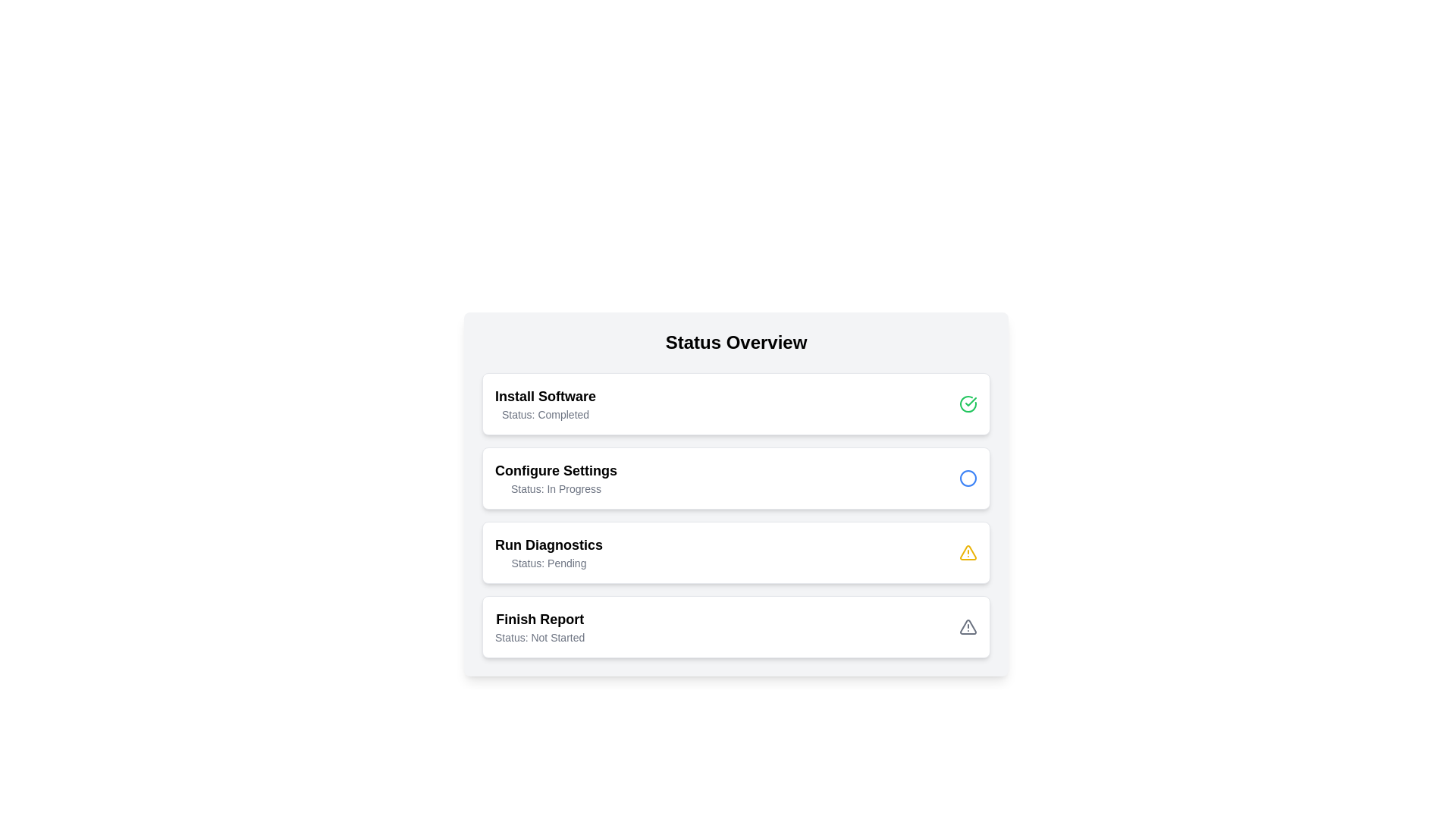 This screenshot has height=819, width=1456. Describe the element at coordinates (736, 479) in the screenshot. I see `the 'Configure Settings' information display card, which indicates the task status as 'In Progress'. This card is the second entry in the 'Status Overview' section, situated between the 'Install Software' and 'Run Diagnostics' cards` at that location.